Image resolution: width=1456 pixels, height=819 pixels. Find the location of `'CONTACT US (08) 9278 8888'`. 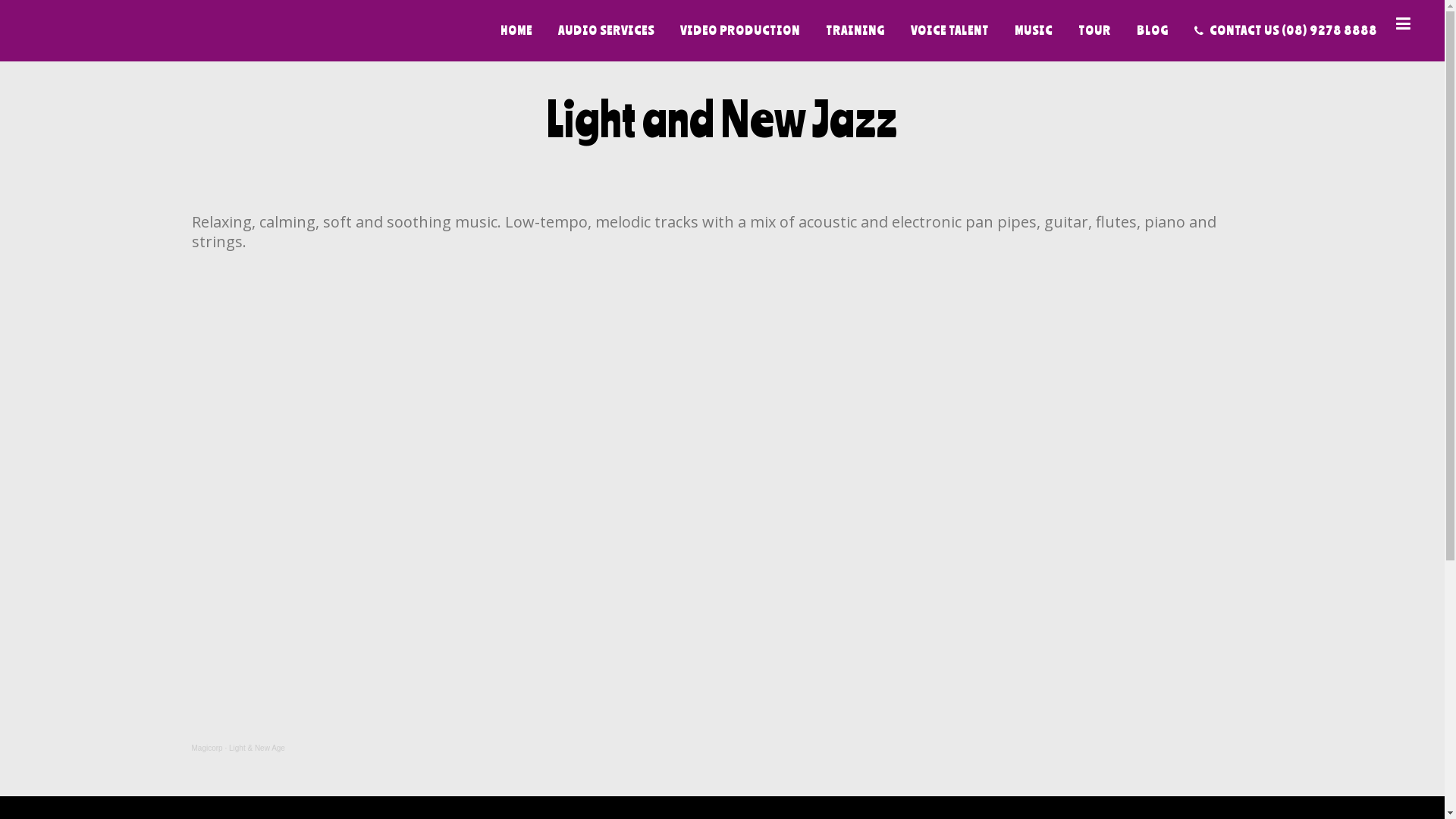

'CONTACT US (08) 9278 8888' is located at coordinates (1285, 30).